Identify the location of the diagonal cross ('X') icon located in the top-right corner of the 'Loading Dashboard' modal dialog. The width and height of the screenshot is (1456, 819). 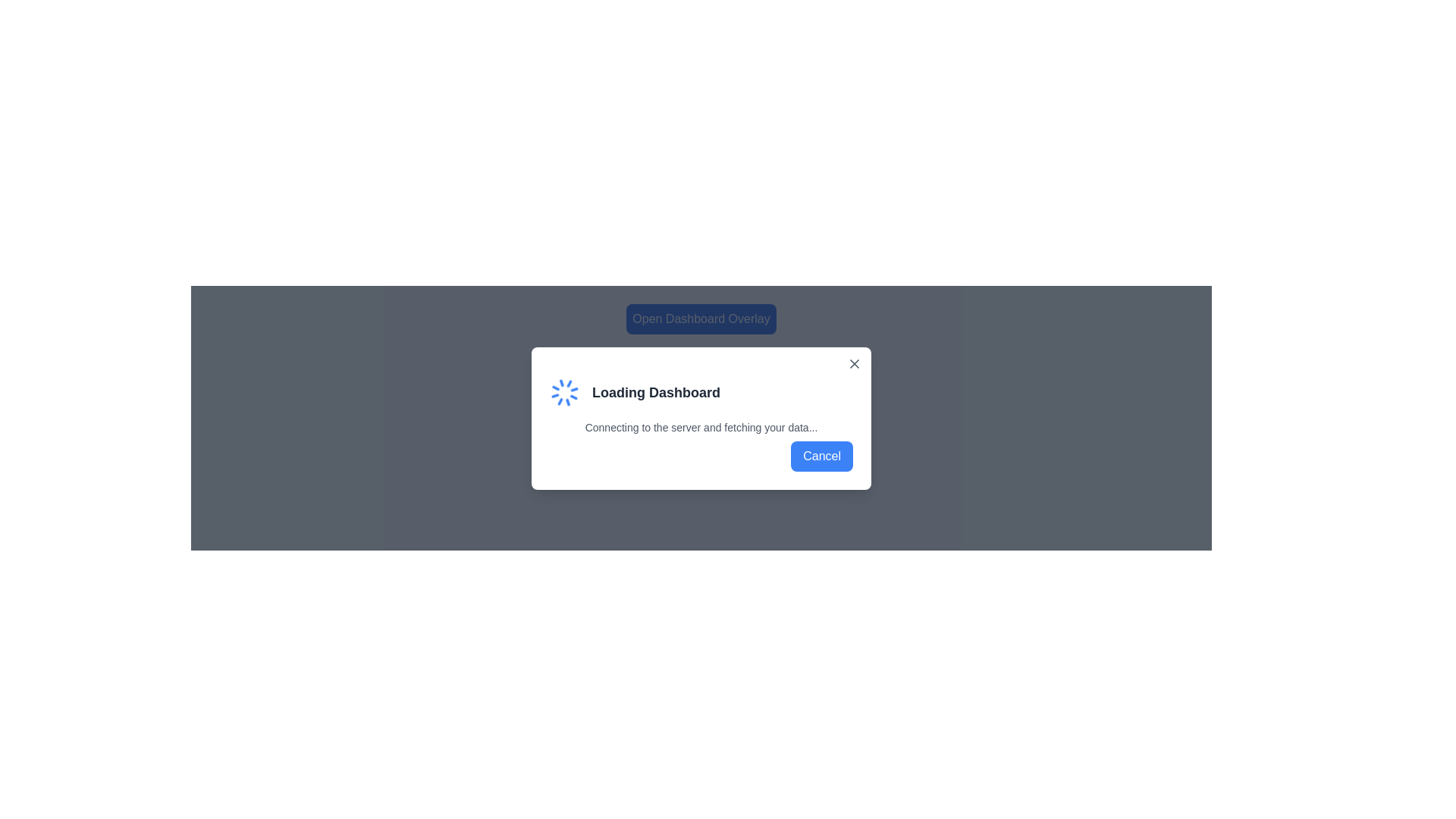
(855, 363).